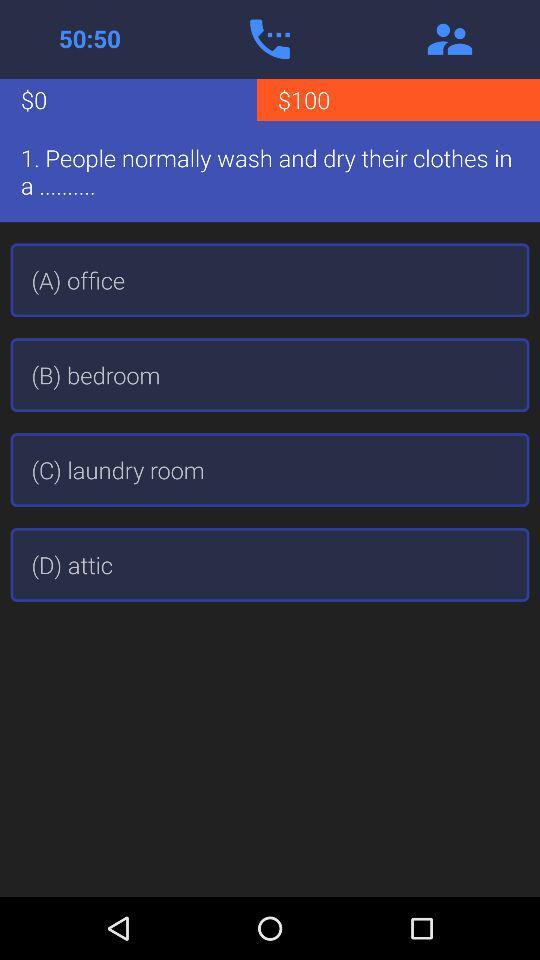 The width and height of the screenshot is (540, 960). What do you see at coordinates (270, 374) in the screenshot?
I see `the app above the (c) laundry room icon` at bounding box center [270, 374].